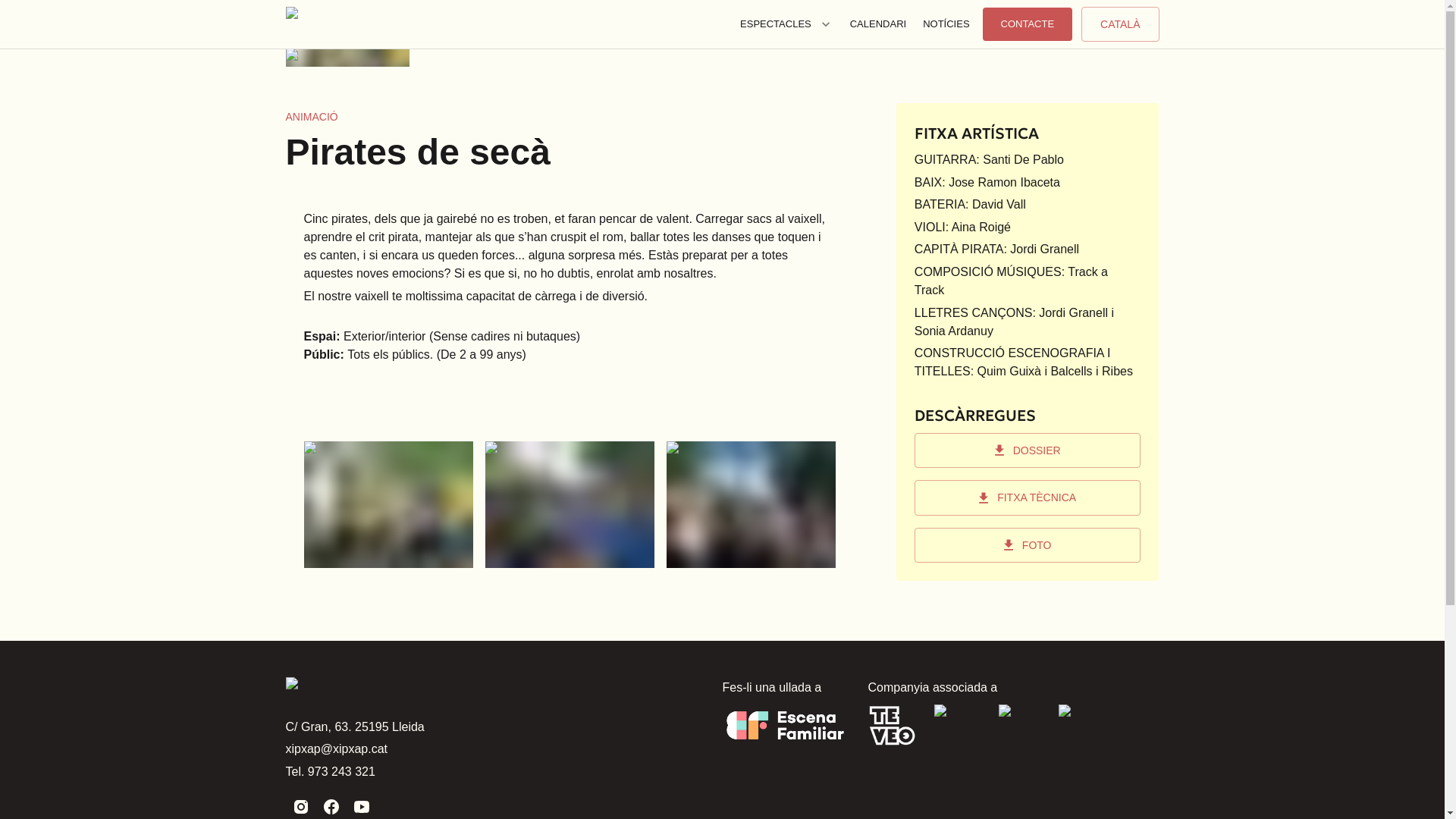 This screenshot has height=819, width=1456. What do you see at coordinates (877, 24) in the screenshot?
I see `'CALENDARI'` at bounding box center [877, 24].